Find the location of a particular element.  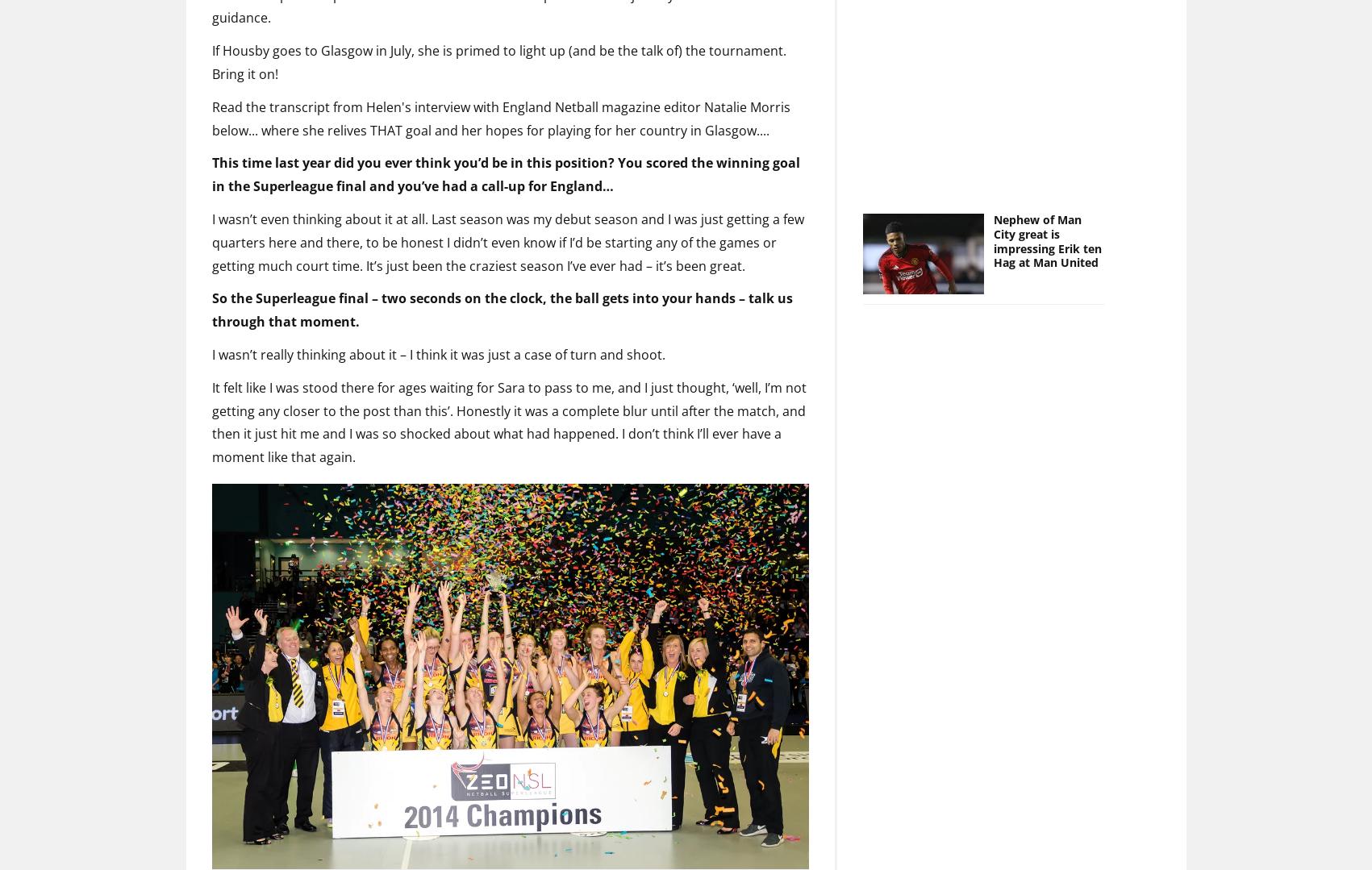

'I wasn’t really thinking about it – I think it was just a case of turn and shoot.' is located at coordinates (437, 327).